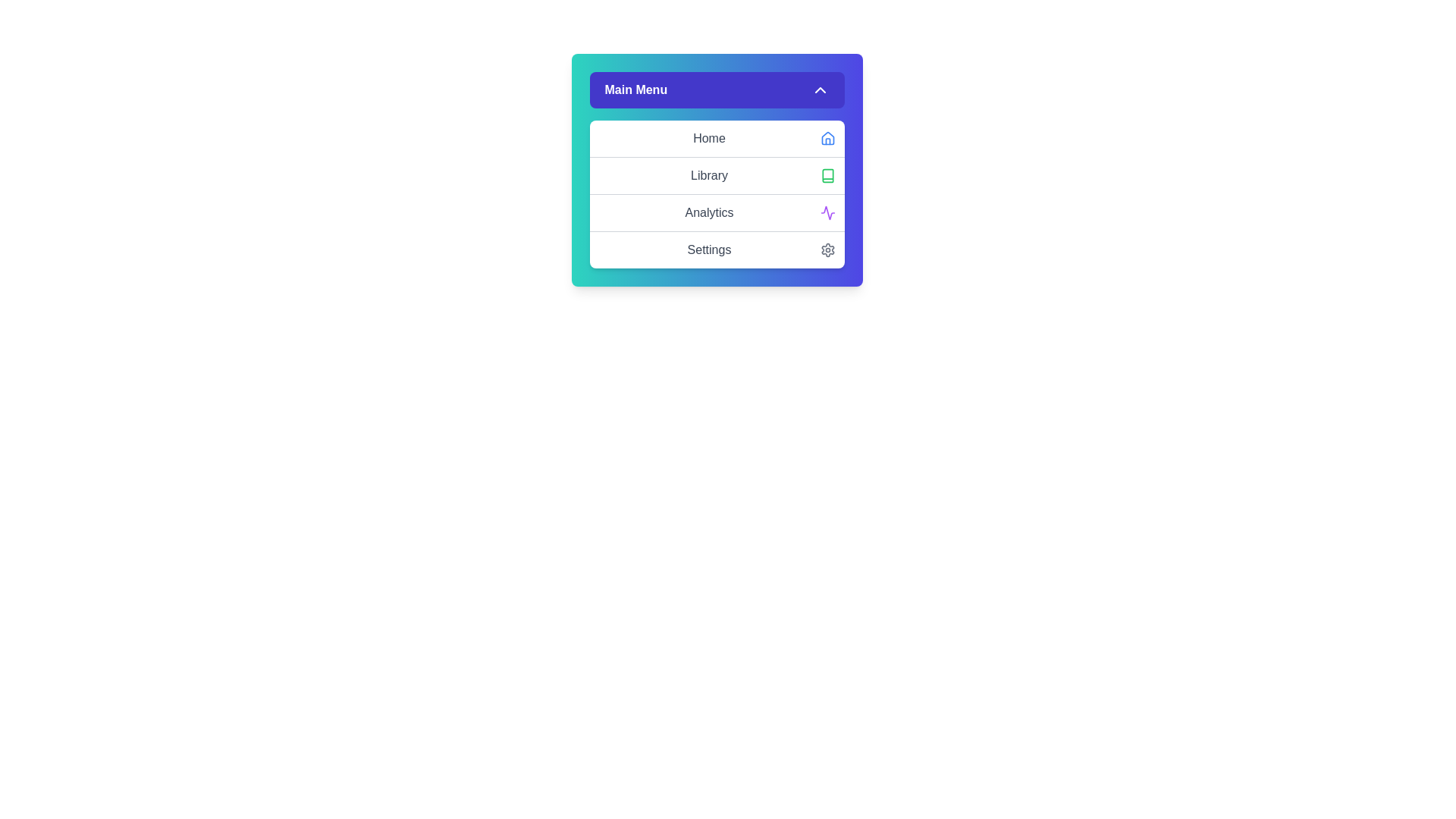  Describe the element at coordinates (827, 174) in the screenshot. I see `the icon associated with the Library menu item` at that location.